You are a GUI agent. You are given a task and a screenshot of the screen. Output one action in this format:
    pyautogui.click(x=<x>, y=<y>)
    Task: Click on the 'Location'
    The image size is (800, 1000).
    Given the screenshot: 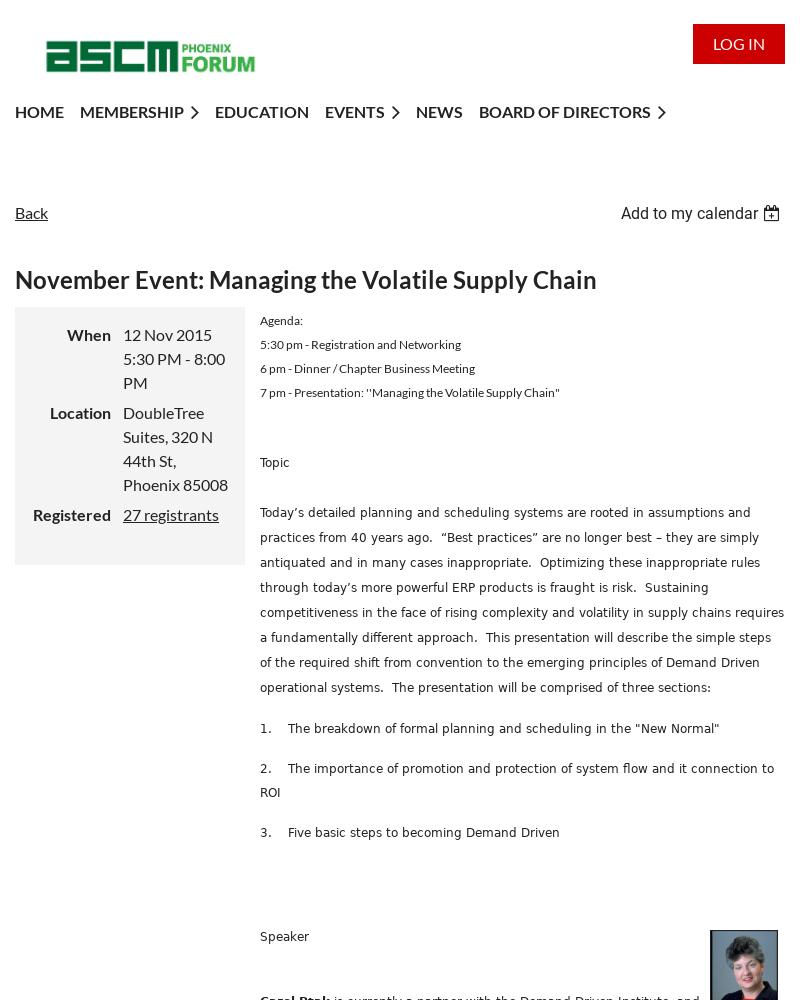 What is the action you would take?
    pyautogui.click(x=80, y=411)
    